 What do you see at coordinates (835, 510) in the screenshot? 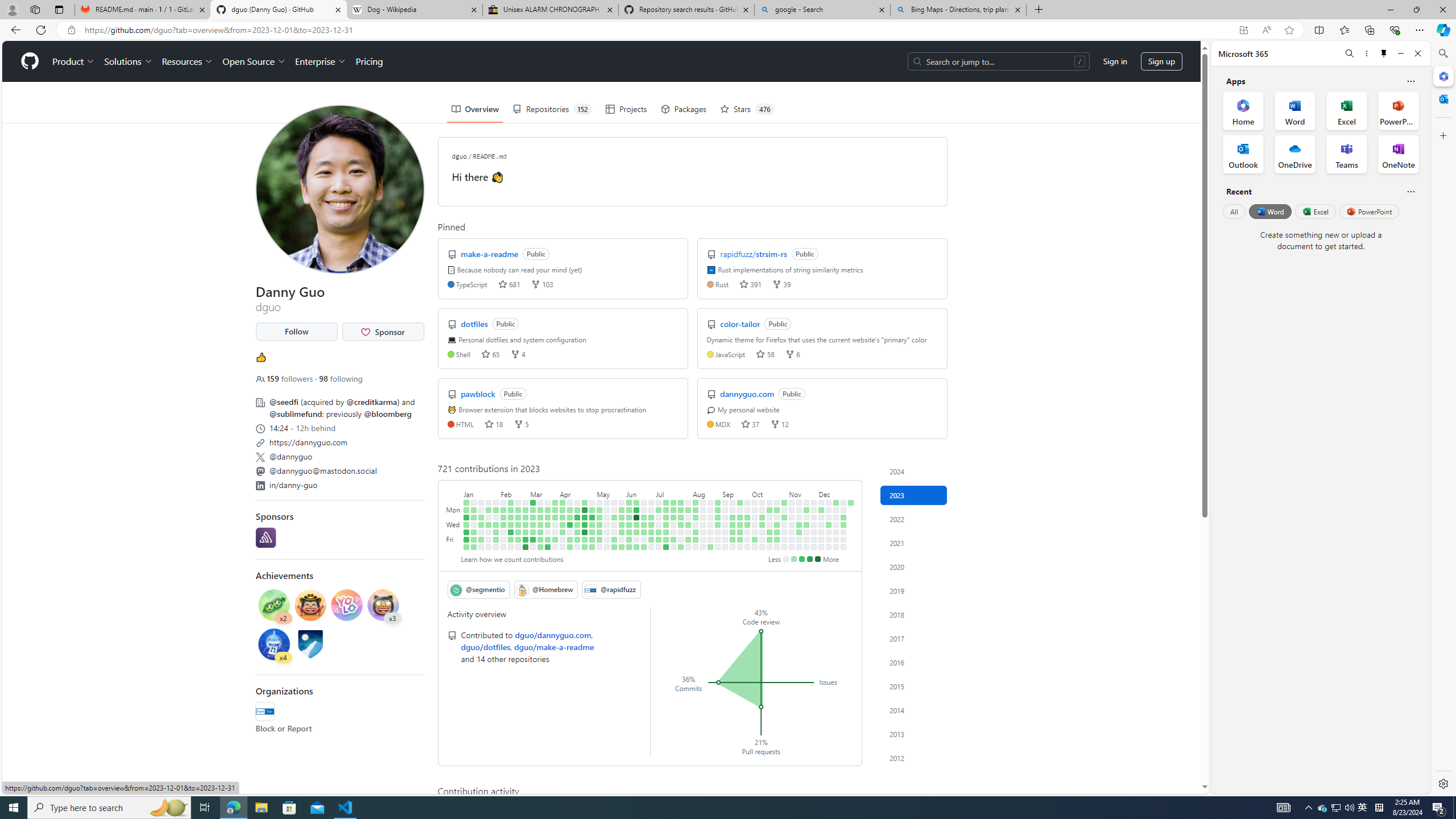
I see `'No contributions on December 18th.'` at bounding box center [835, 510].